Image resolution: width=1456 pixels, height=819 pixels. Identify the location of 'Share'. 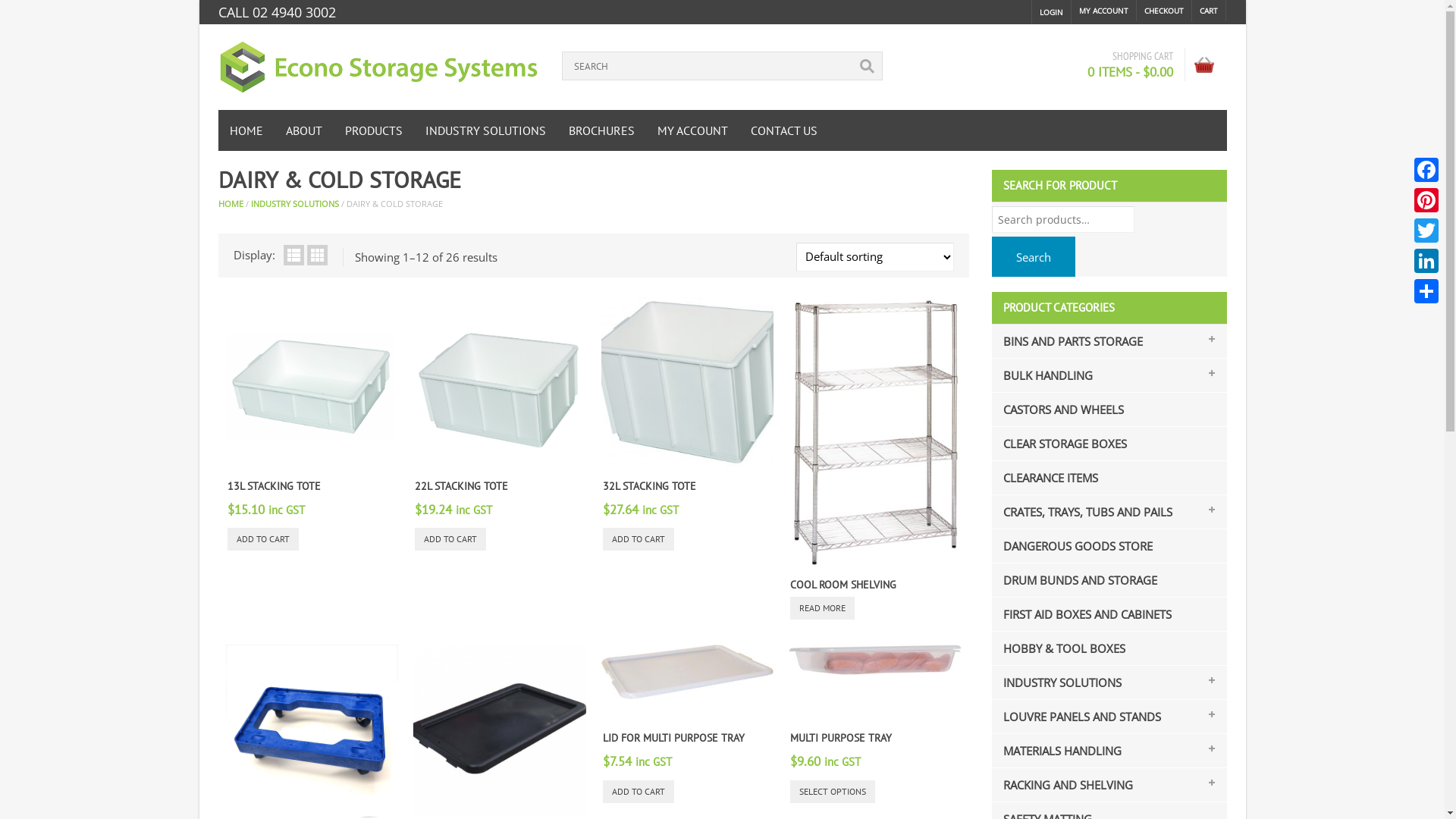
(1426, 291).